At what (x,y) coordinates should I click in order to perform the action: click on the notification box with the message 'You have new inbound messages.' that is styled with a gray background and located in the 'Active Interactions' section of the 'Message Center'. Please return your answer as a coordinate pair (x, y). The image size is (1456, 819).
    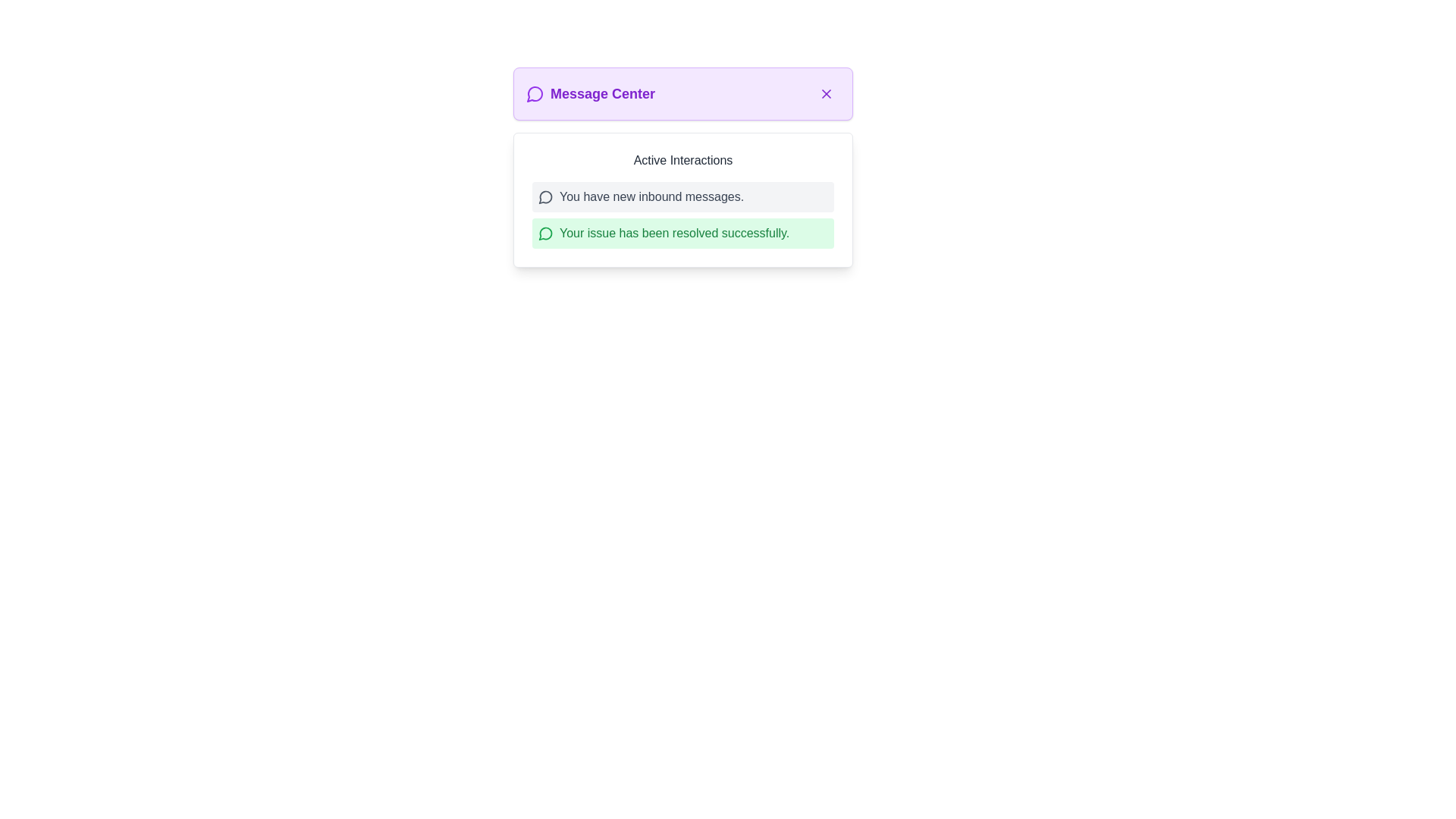
    Looking at the image, I should click on (682, 196).